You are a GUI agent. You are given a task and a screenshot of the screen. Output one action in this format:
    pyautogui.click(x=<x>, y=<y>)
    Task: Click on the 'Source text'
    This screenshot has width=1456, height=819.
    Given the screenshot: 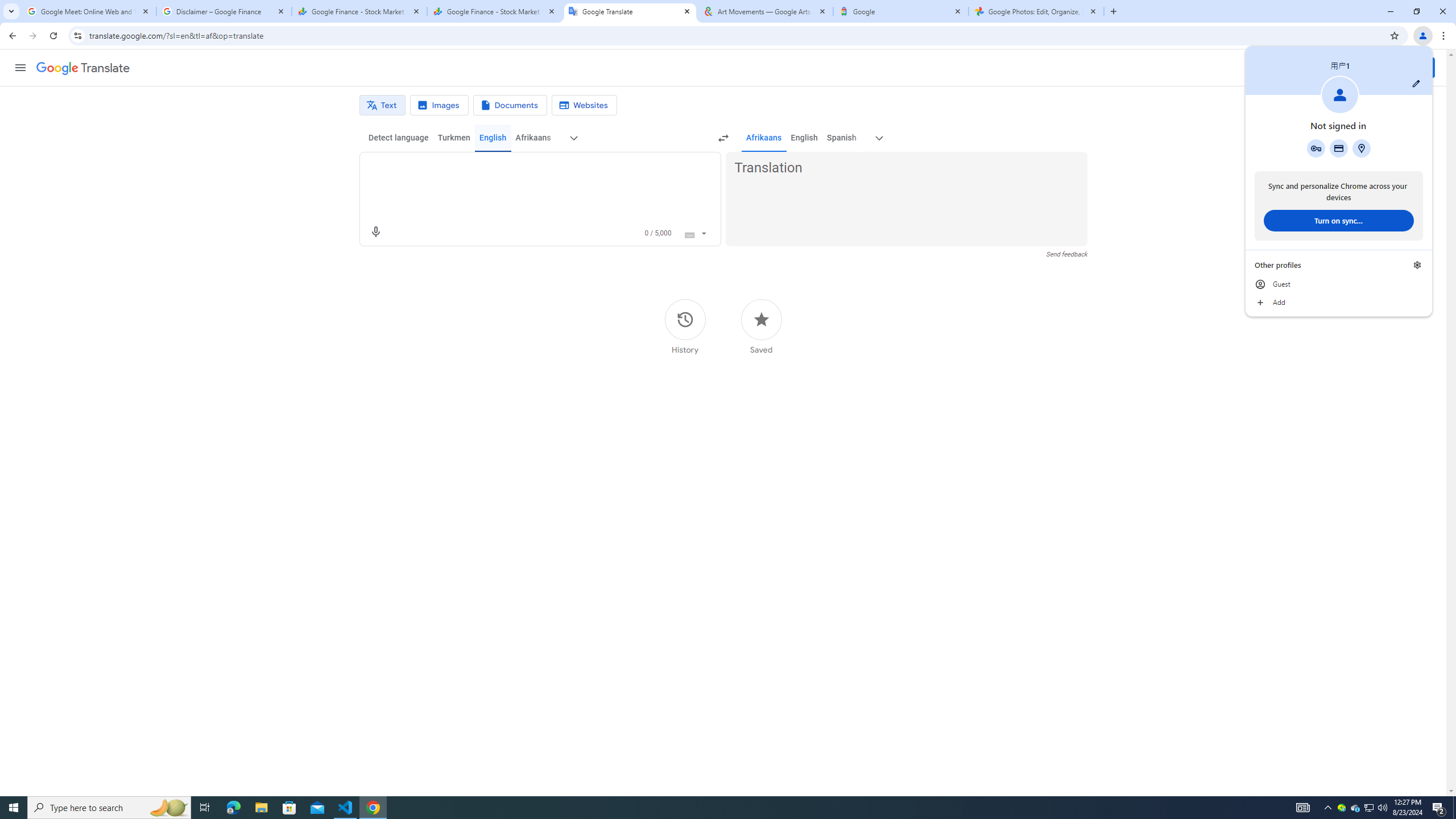 What is the action you would take?
    pyautogui.click(x=529, y=167)
    